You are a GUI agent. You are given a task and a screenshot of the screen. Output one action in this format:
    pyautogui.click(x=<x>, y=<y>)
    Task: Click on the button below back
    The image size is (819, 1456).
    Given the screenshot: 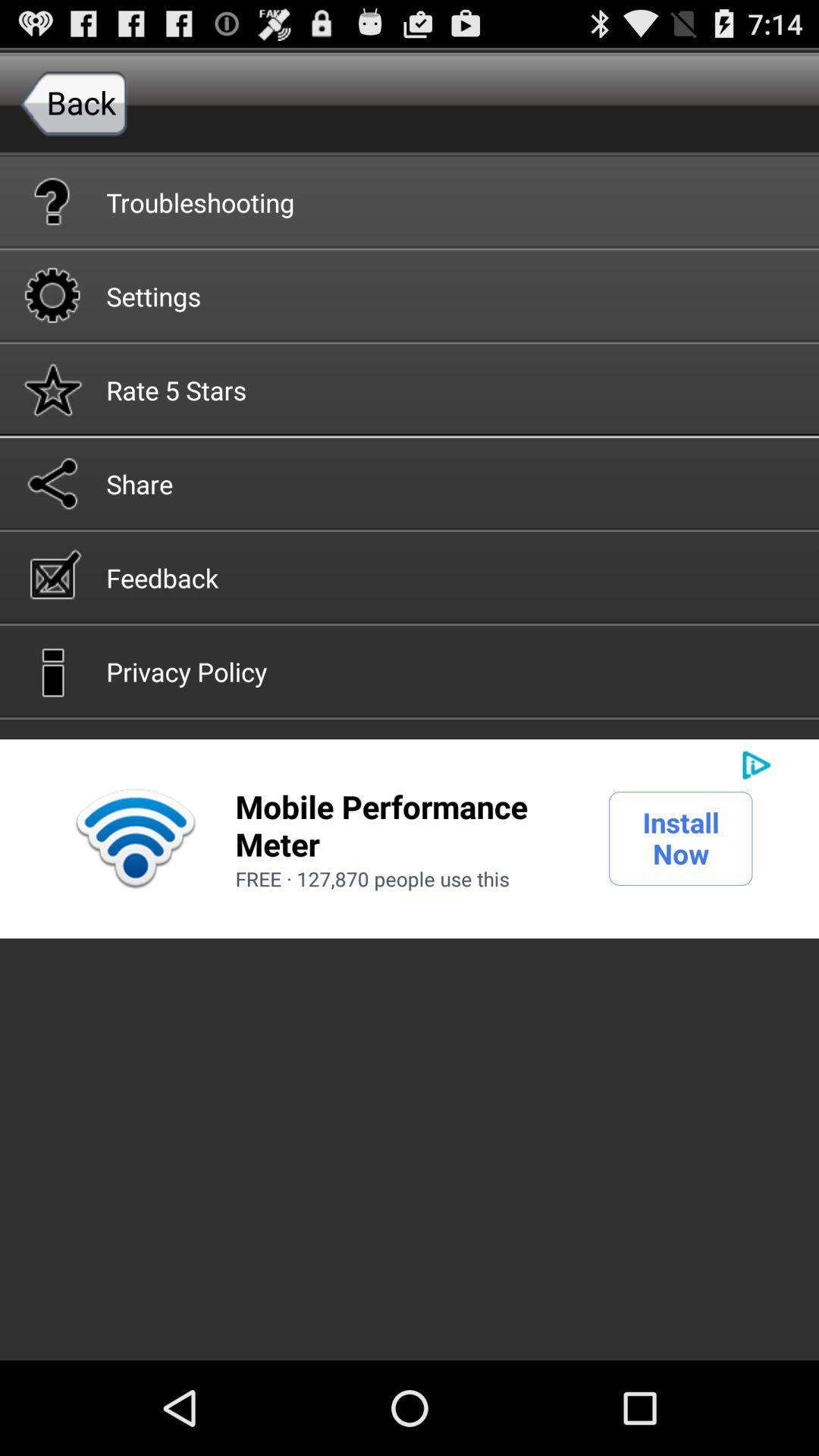 What is the action you would take?
    pyautogui.click(x=409, y=200)
    